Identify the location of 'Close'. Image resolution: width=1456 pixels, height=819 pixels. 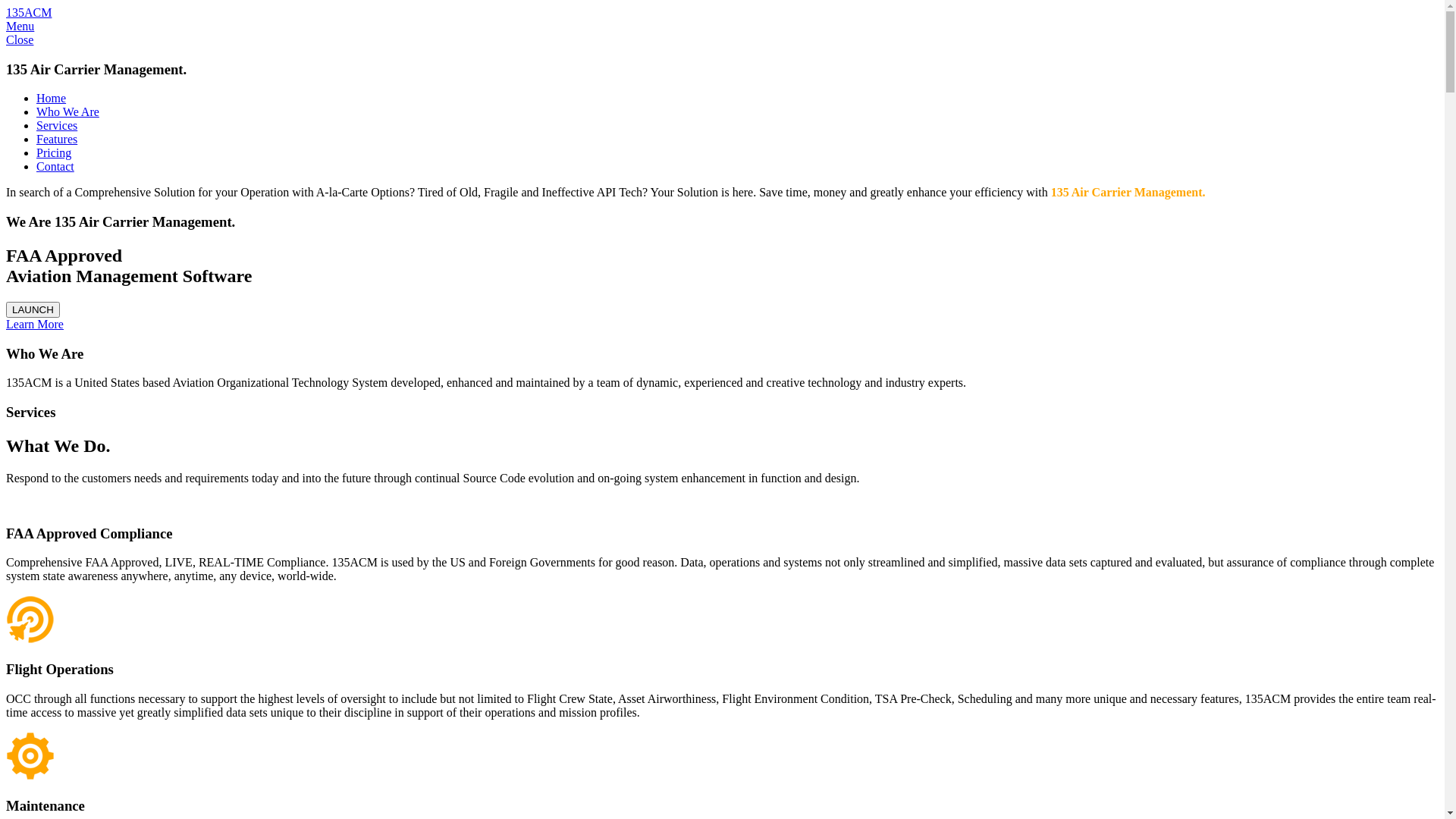
(19, 39).